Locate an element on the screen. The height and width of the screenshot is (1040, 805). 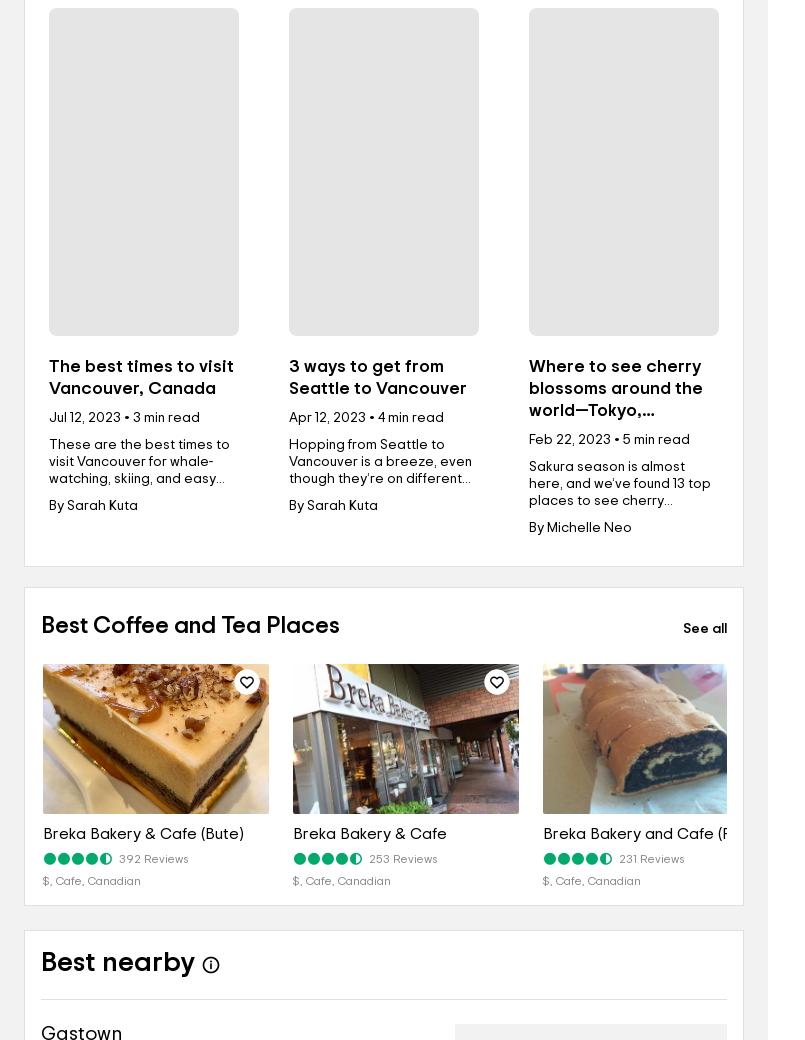
'231 Reviews' is located at coordinates (650, 858).